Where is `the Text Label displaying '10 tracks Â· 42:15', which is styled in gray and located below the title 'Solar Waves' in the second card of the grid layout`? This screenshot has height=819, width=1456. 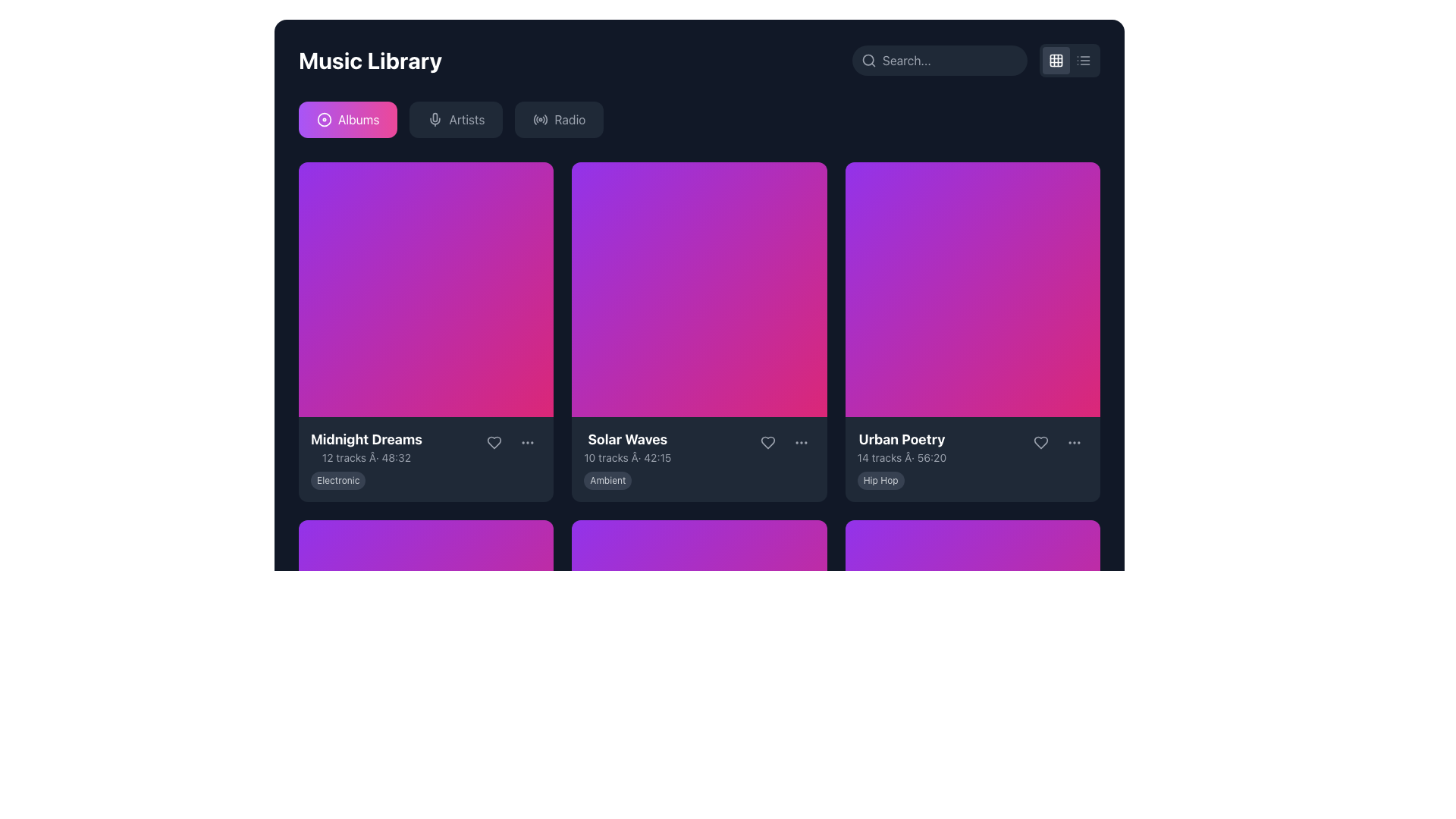
the Text Label displaying '10 tracks Â· 42:15', which is styled in gray and located below the title 'Solar Waves' in the second card of the grid layout is located at coordinates (627, 457).